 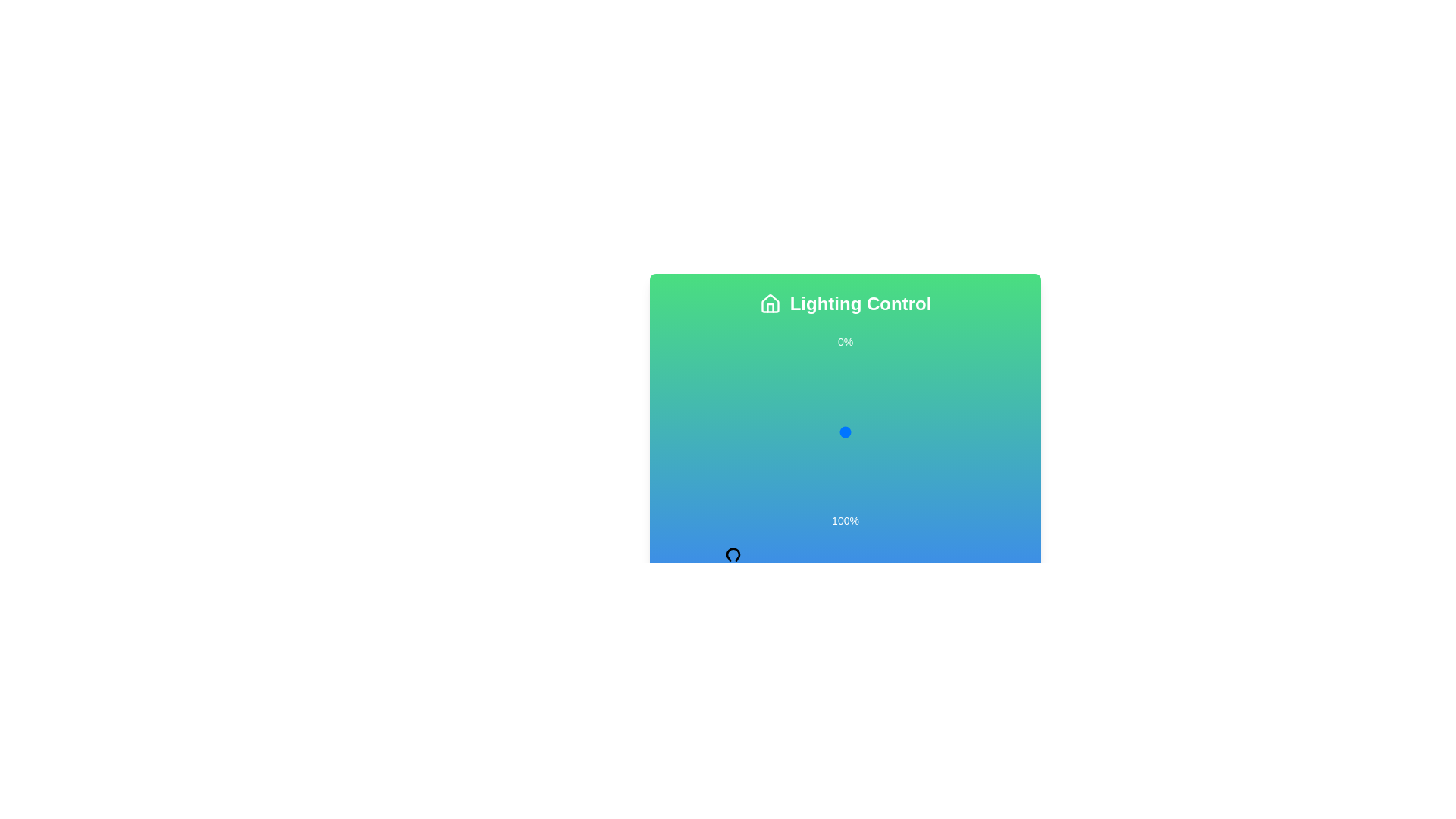 What do you see at coordinates (775, 431) in the screenshot?
I see `the lighting level percentage` at bounding box center [775, 431].